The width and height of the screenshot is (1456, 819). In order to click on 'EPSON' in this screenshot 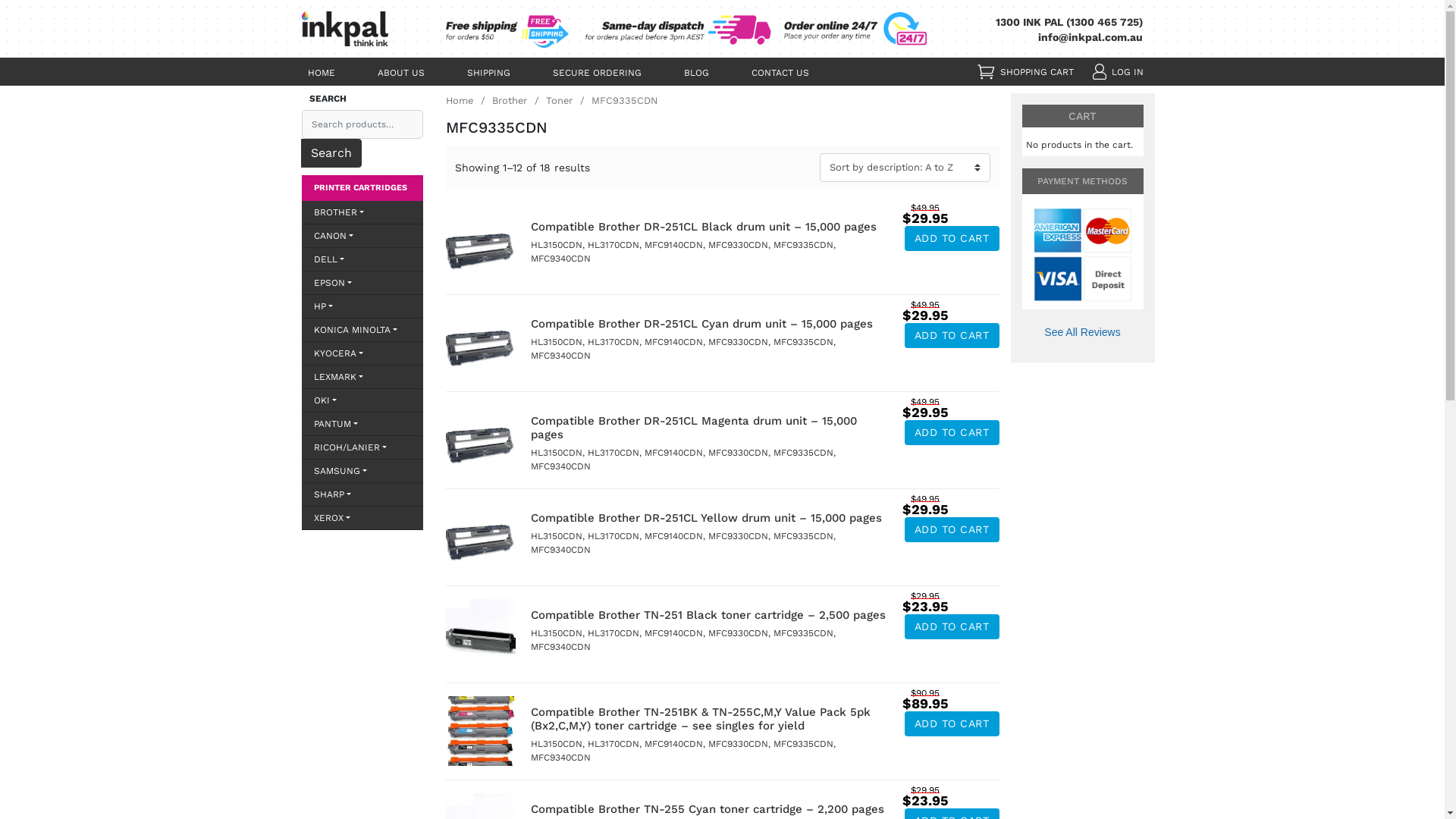, I will do `click(362, 283)`.